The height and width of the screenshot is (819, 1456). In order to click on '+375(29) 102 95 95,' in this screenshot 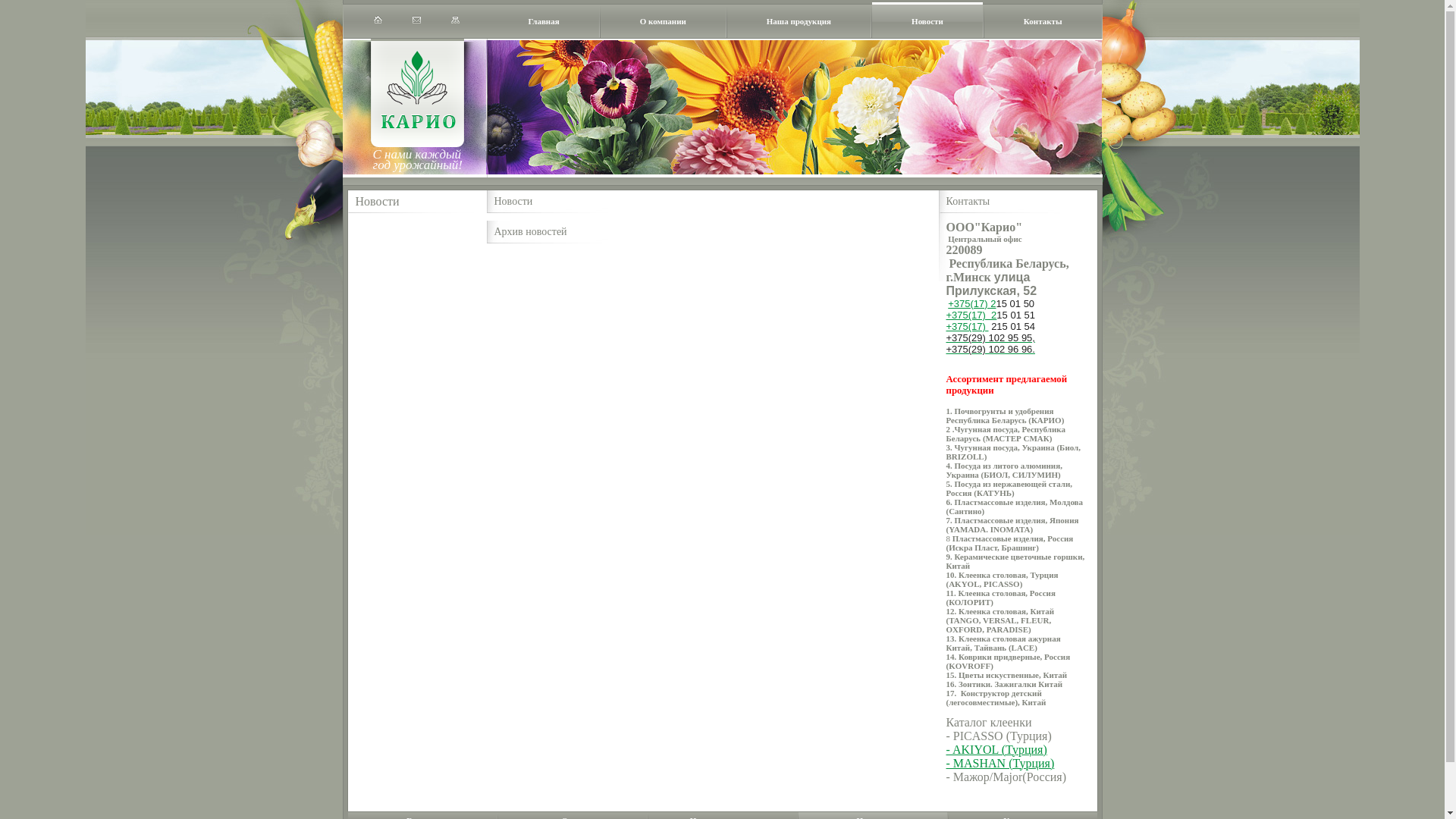, I will do `click(990, 337)`.